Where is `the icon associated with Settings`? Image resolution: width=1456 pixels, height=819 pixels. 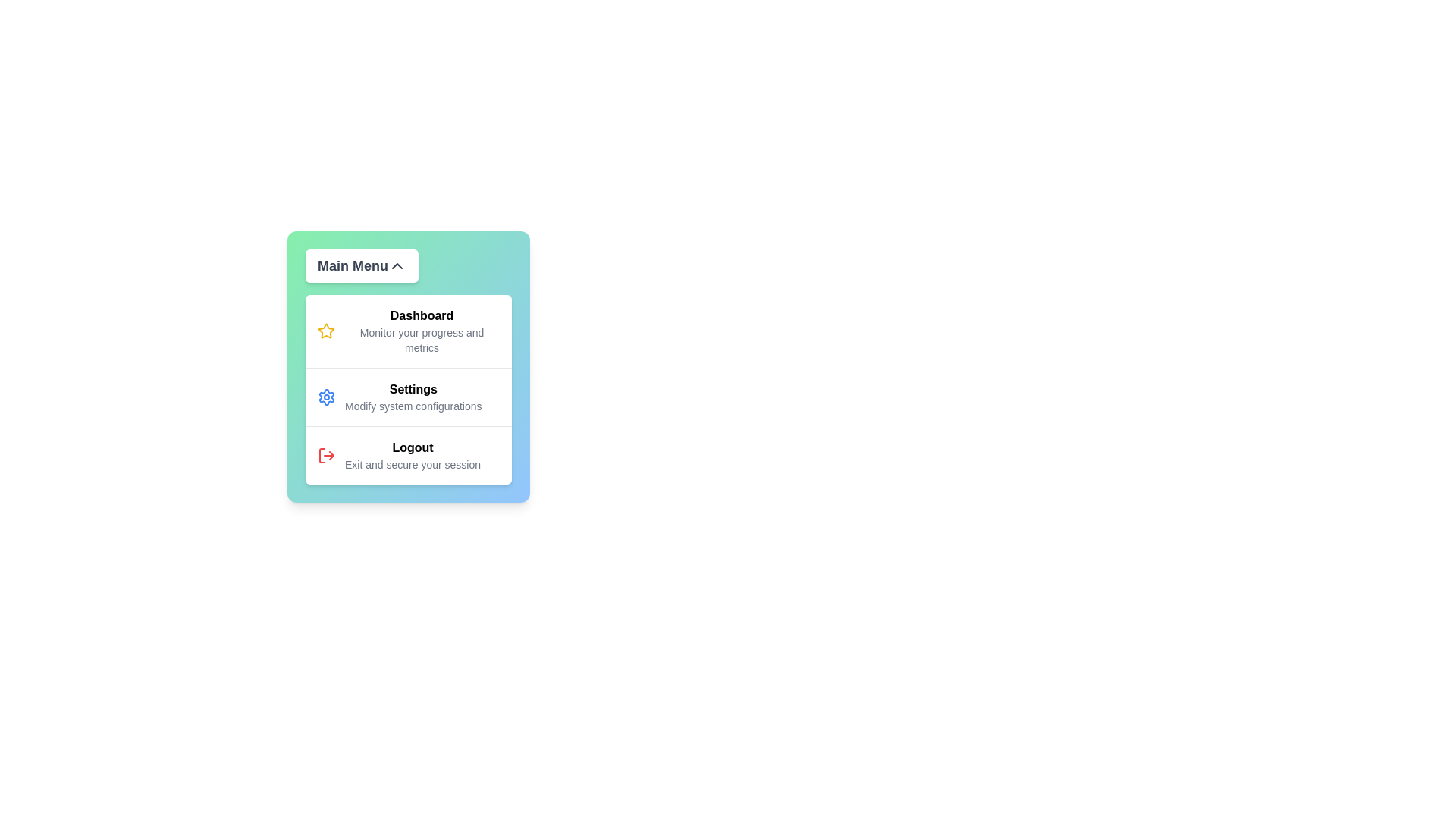
the icon associated with Settings is located at coordinates (326, 397).